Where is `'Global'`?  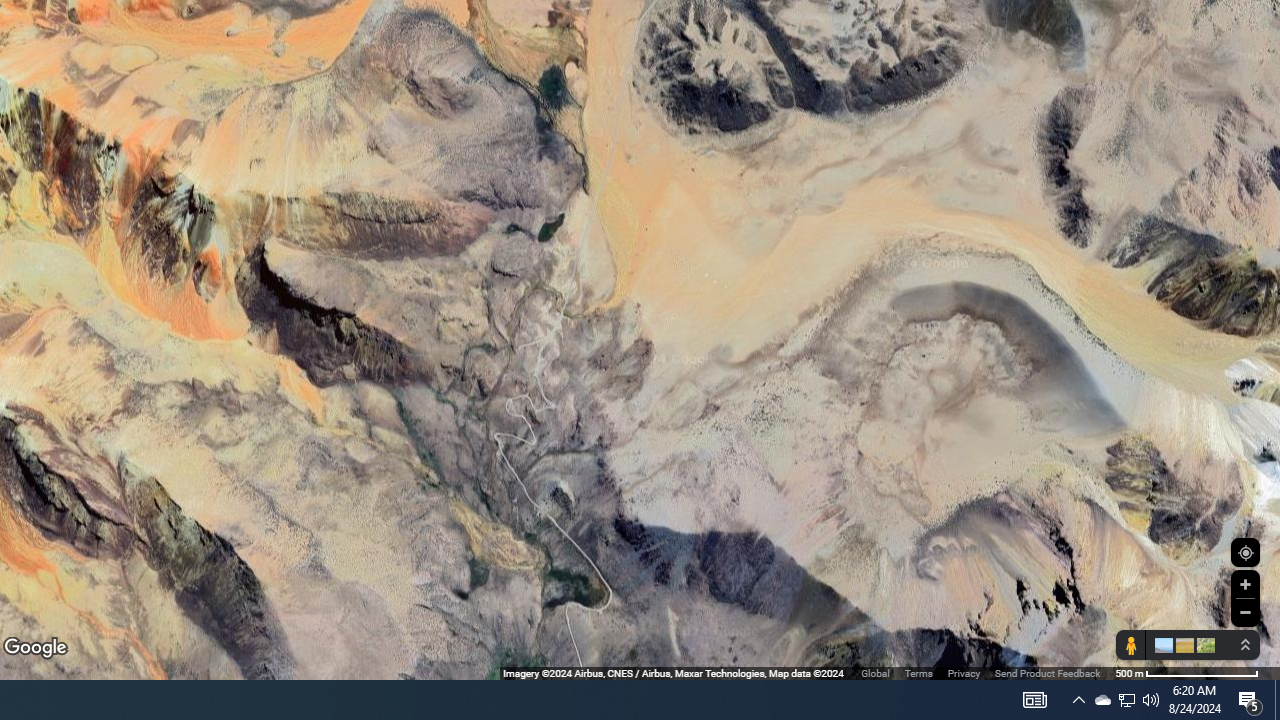
'Global' is located at coordinates (875, 673).